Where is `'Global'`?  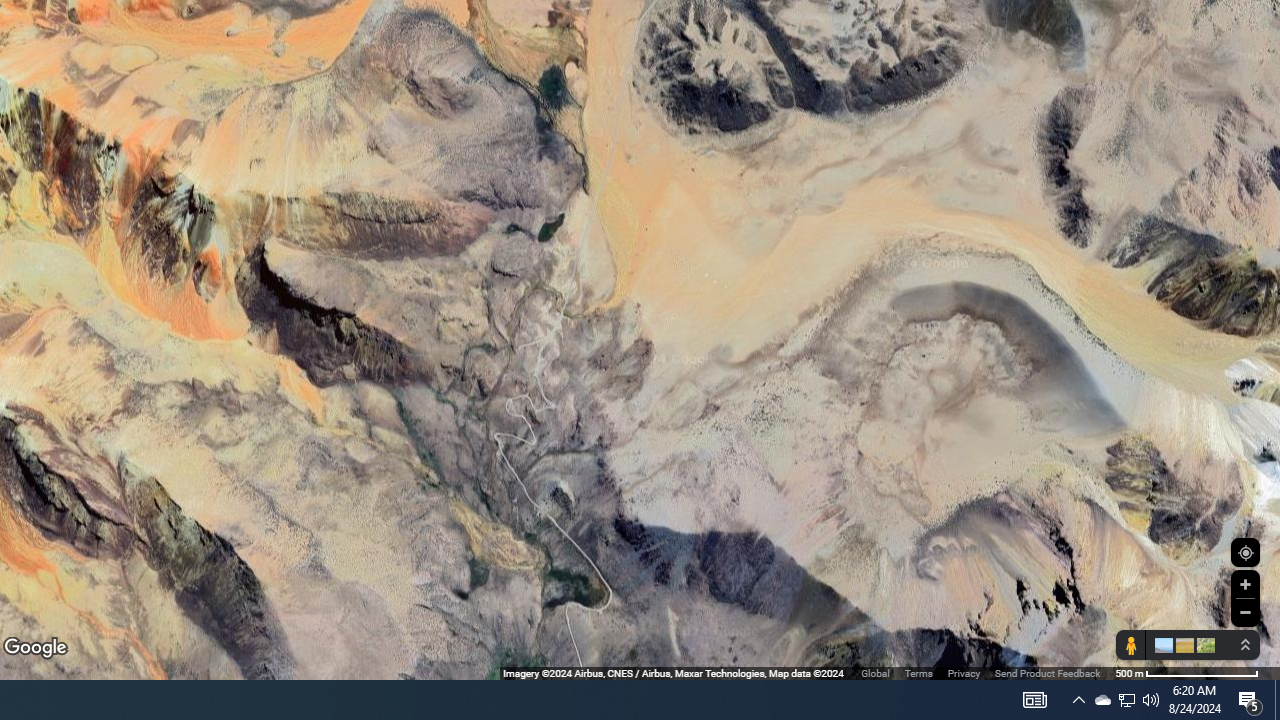
'Global' is located at coordinates (875, 673).